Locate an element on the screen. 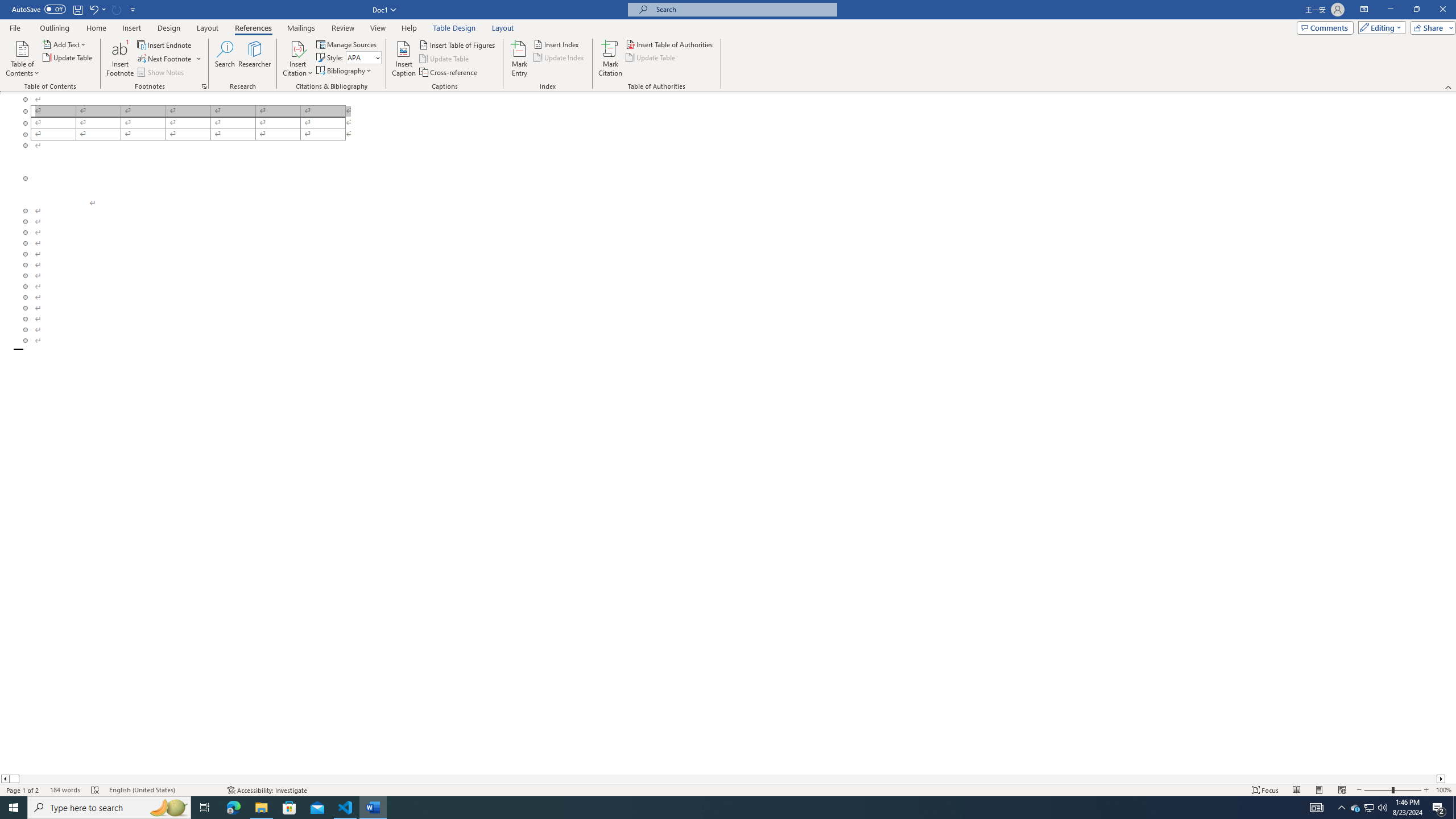 The image size is (1456, 819). 'Table of Contents' is located at coordinates (22, 59).